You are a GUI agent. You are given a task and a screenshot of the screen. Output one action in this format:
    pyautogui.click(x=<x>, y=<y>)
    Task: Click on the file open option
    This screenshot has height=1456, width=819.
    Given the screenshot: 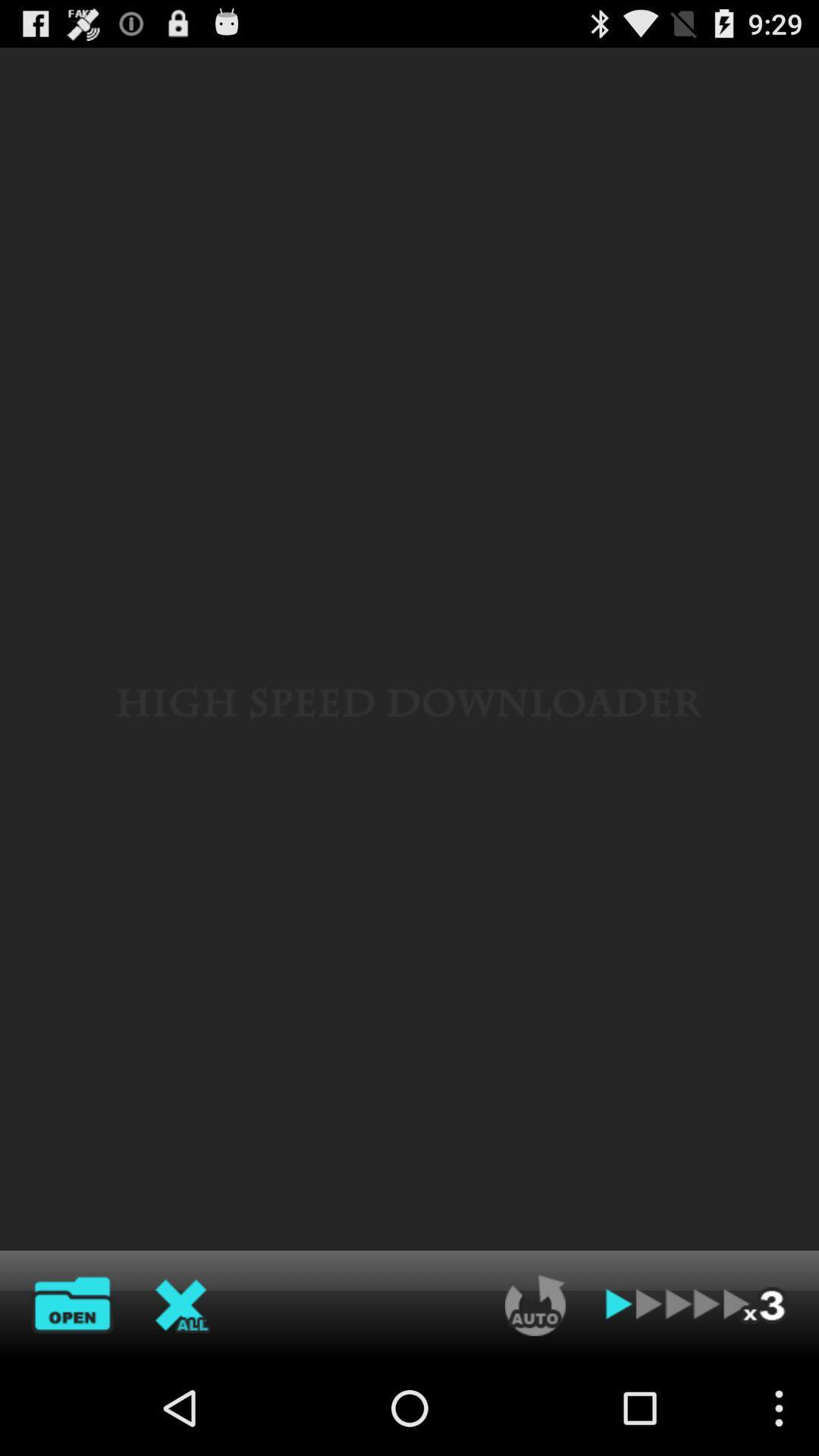 What is the action you would take?
    pyautogui.click(x=72, y=1304)
    